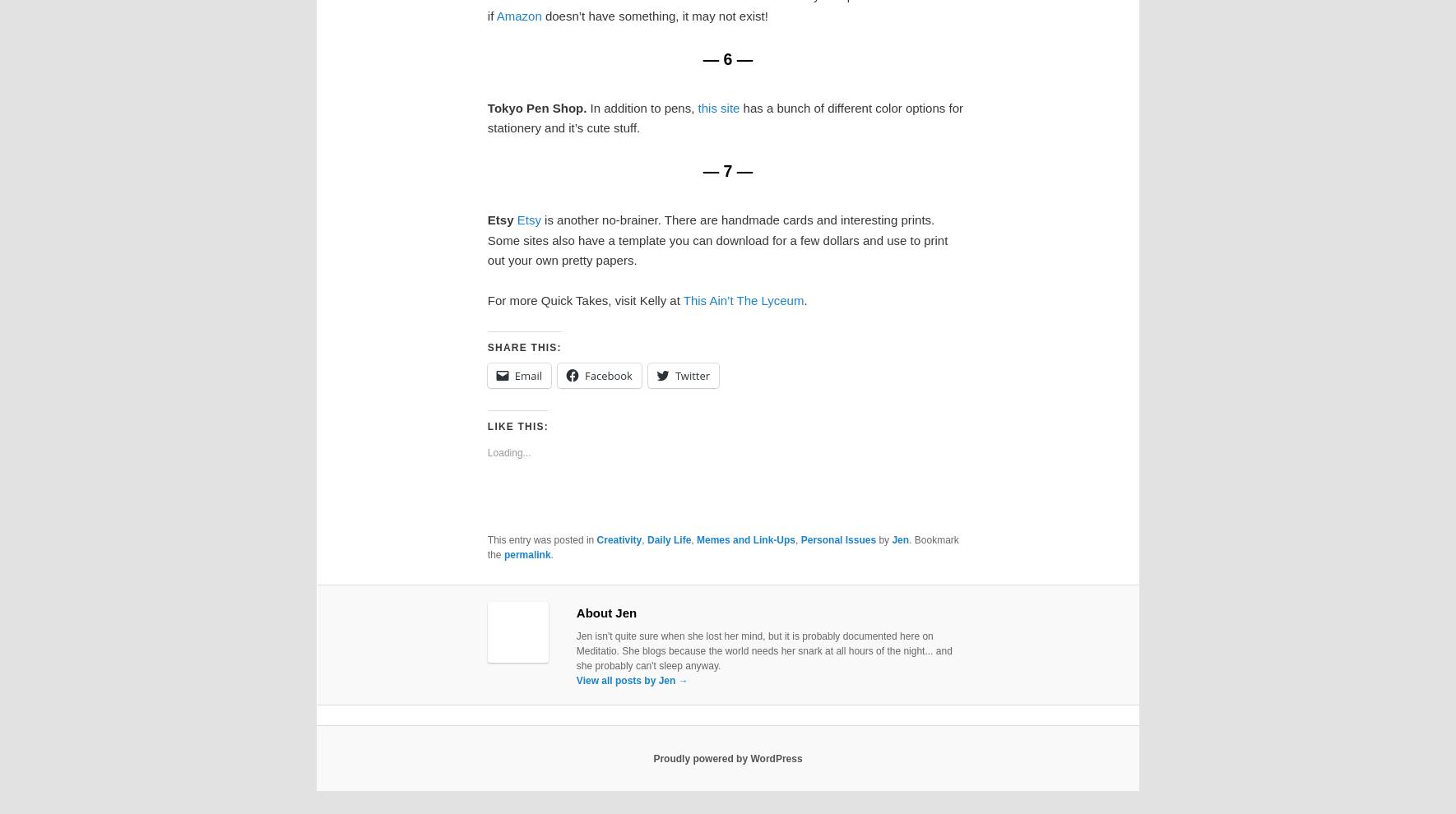 This screenshot has height=814, width=1456. Describe the element at coordinates (675, 375) in the screenshot. I see `'Twitter'` at that location.